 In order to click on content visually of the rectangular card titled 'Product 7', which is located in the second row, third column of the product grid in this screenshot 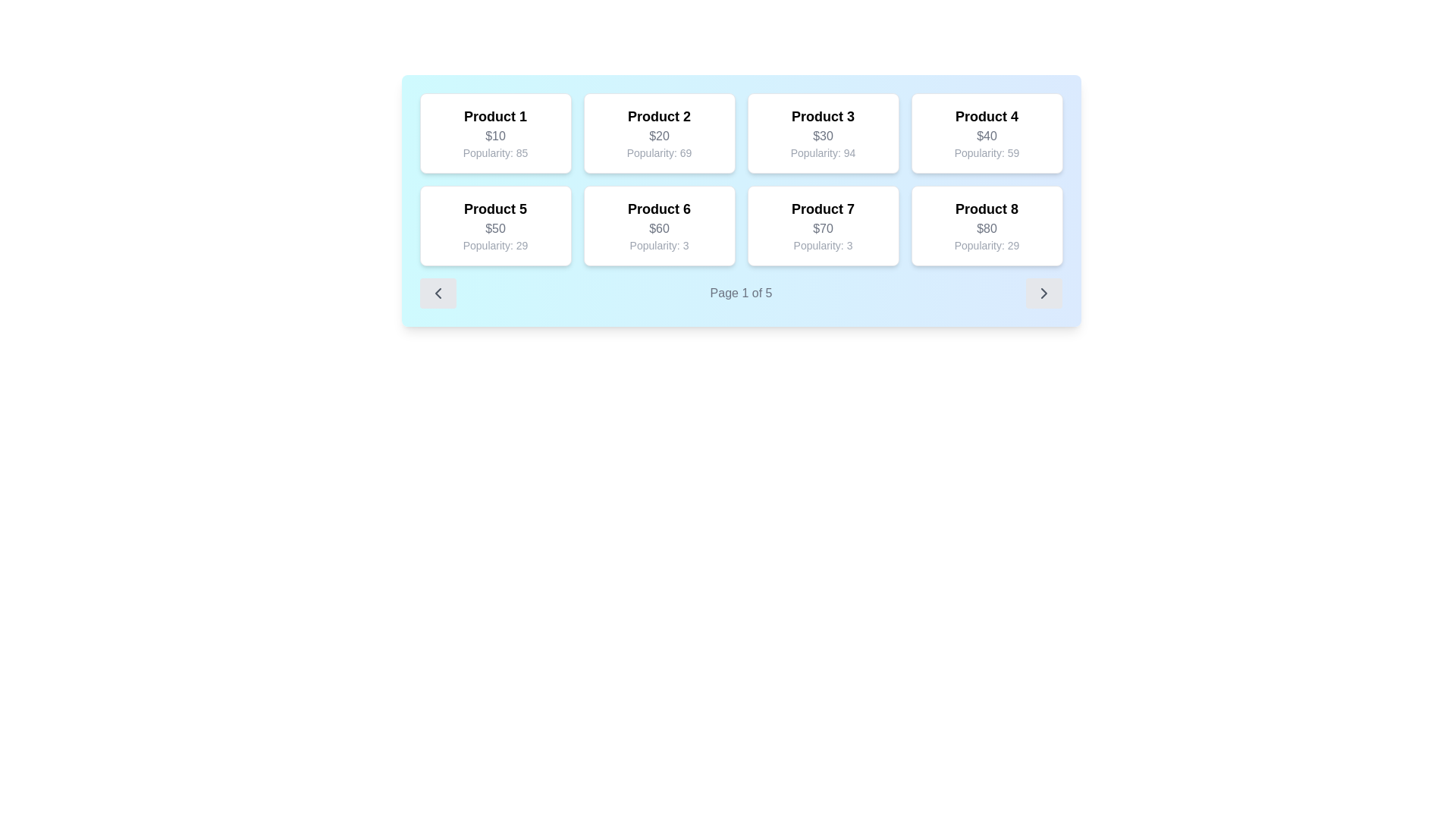, I will do `click(822, 225)`.